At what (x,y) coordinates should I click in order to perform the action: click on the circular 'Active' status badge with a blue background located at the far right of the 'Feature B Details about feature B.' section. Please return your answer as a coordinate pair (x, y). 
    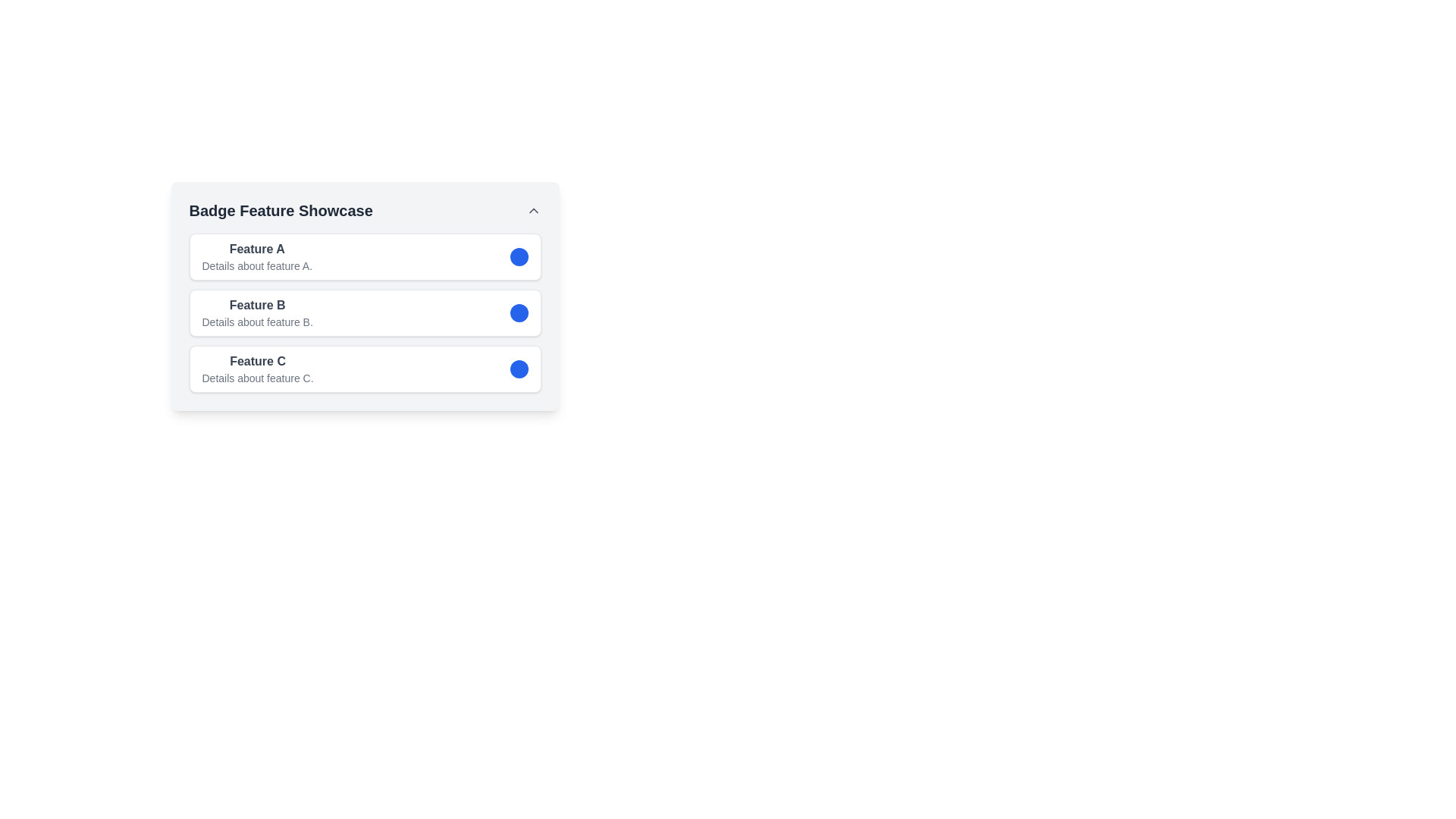
    Looking at the image, I should click on (519, 312).